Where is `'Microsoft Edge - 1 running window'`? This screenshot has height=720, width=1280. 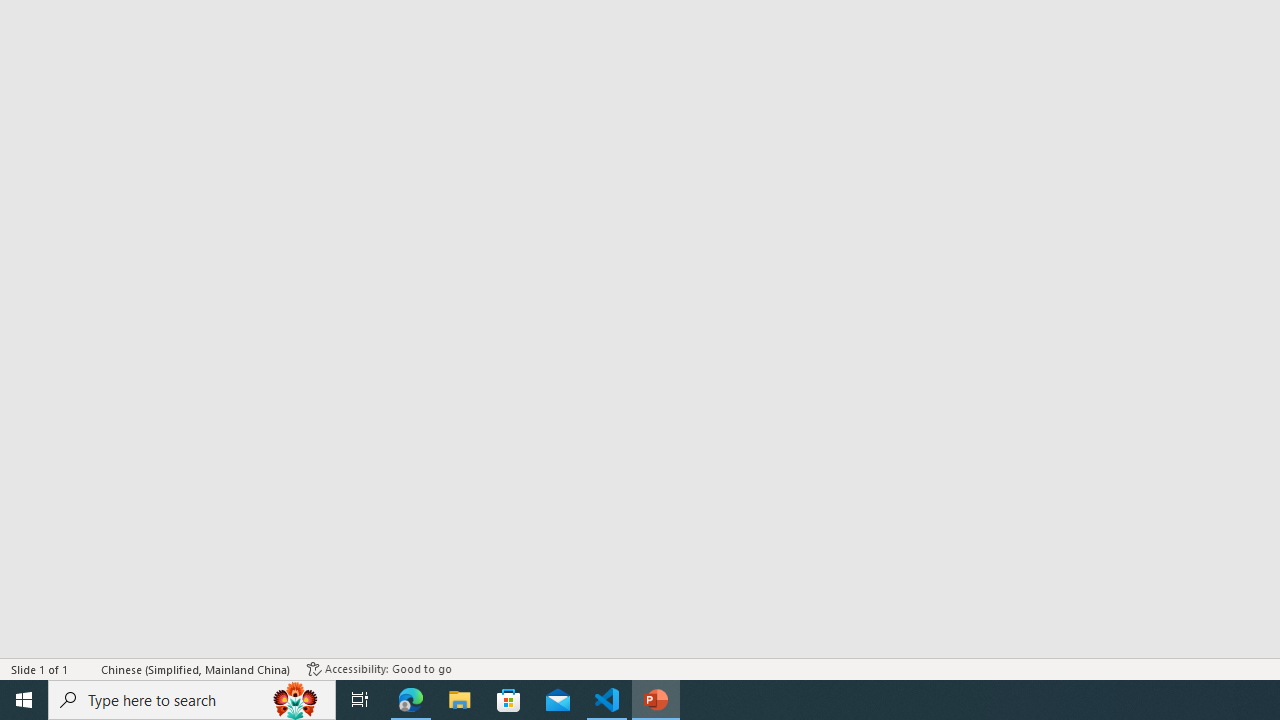
'Microsoft Edge - 1 running window' is located at coordinates (410, 698).